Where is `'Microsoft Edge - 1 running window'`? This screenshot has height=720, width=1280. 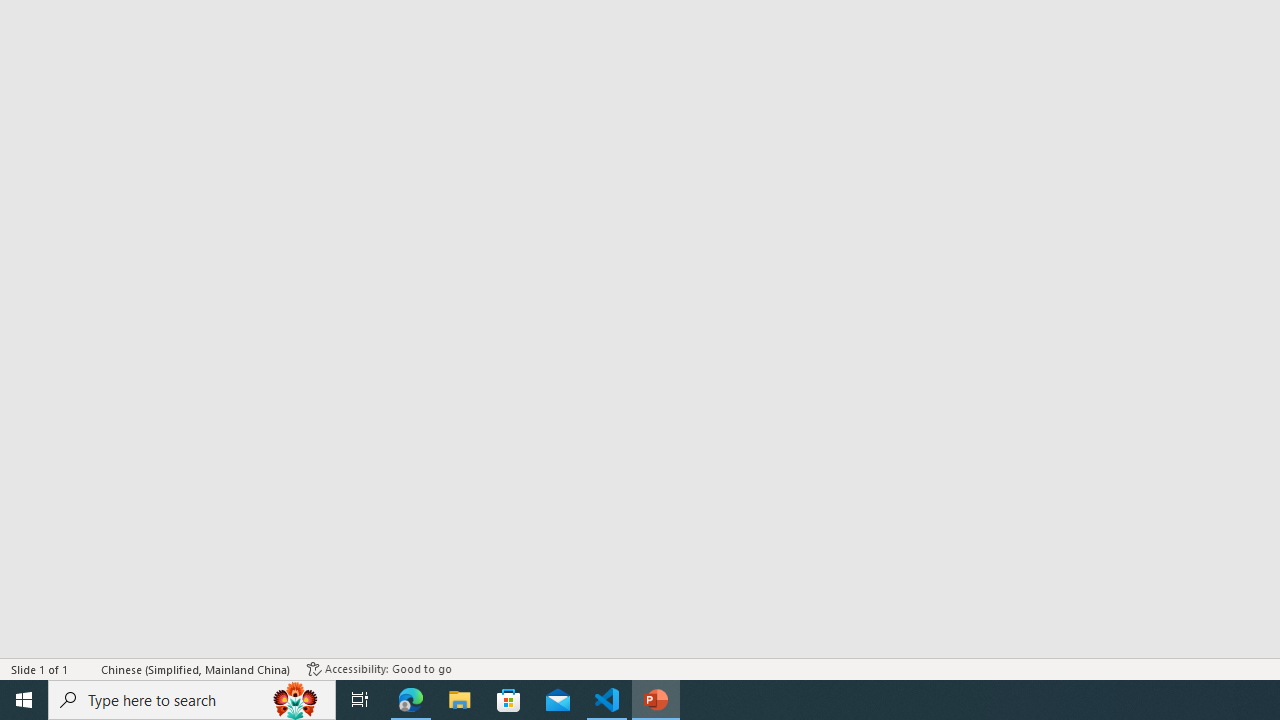
'Microsoft Edge - 1 running window' is located at coordinates (410, 698).